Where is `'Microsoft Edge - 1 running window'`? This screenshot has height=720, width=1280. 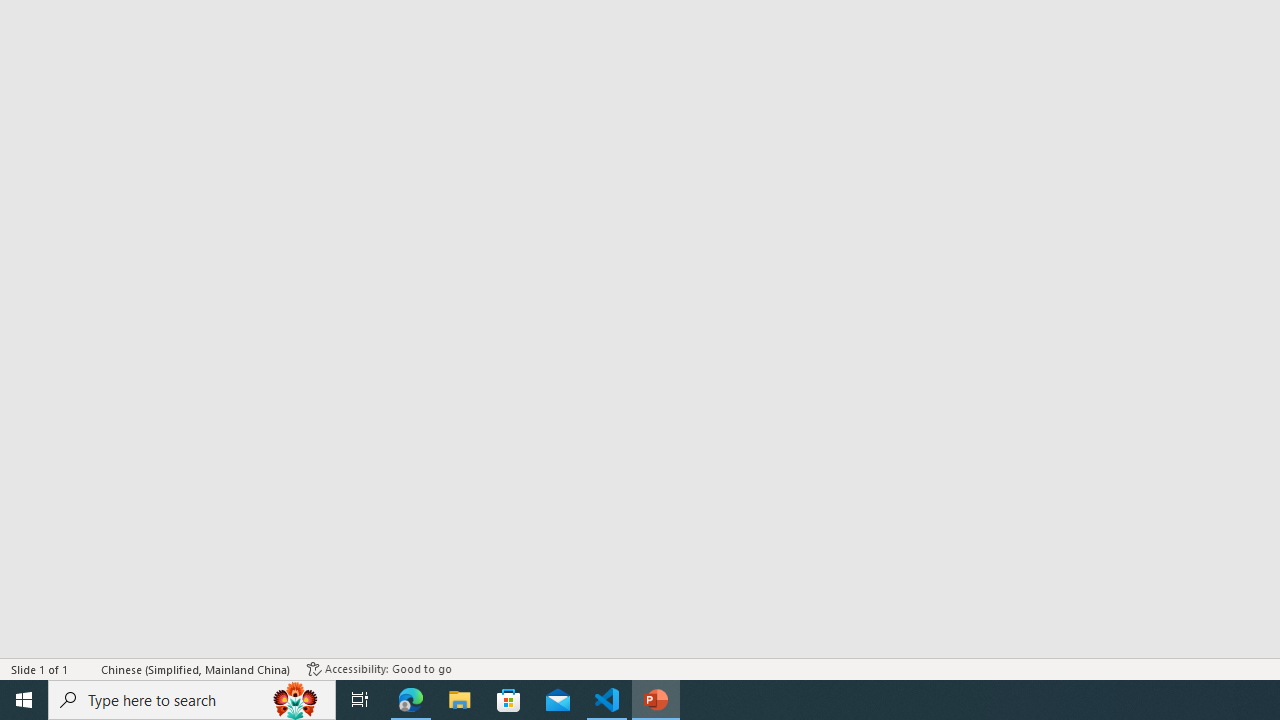
'Microsoft Edge - 1 running window' is located at coordinates (410, 698).